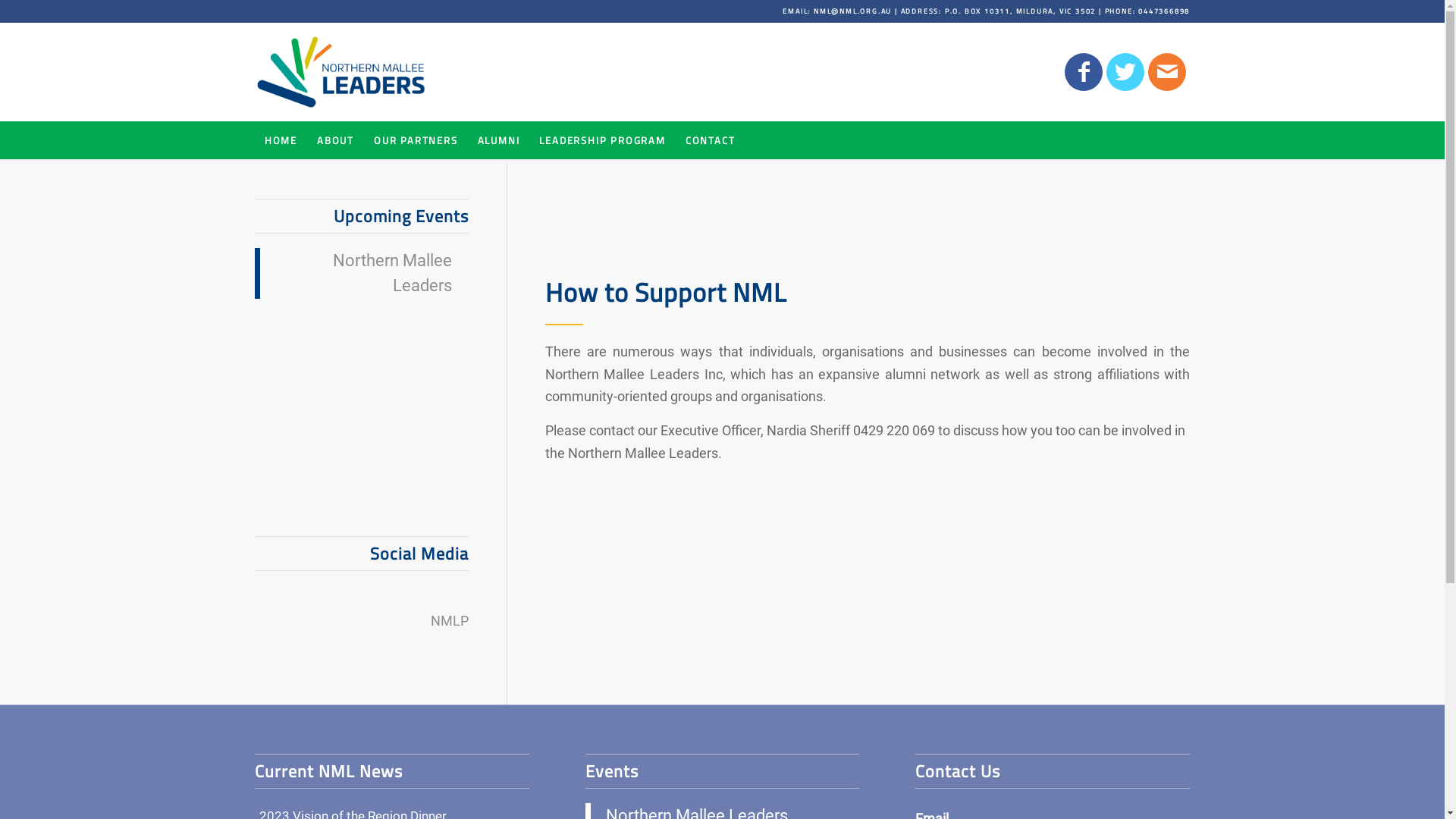 Image resolution: width=1456 pixels, height=819 pixels. What do you see at coordinates (334, 140) in the screenshot?
I see `'ABOUT'` at bounding box center [334, 140].